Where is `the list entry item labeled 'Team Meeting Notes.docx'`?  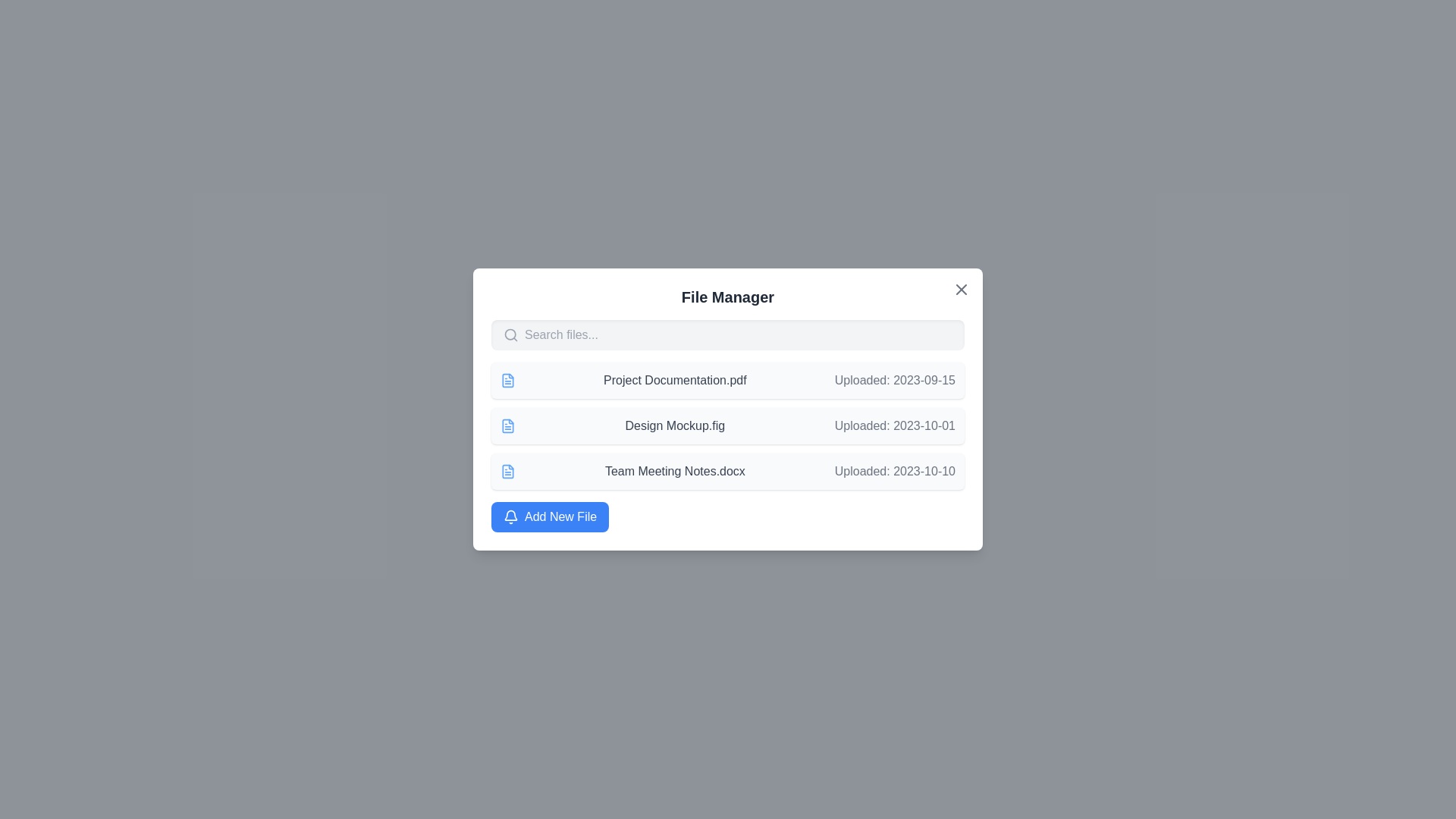 the list entry item labeled 'Team Meeting Notes.docx' is located at coordinates (728, 470).